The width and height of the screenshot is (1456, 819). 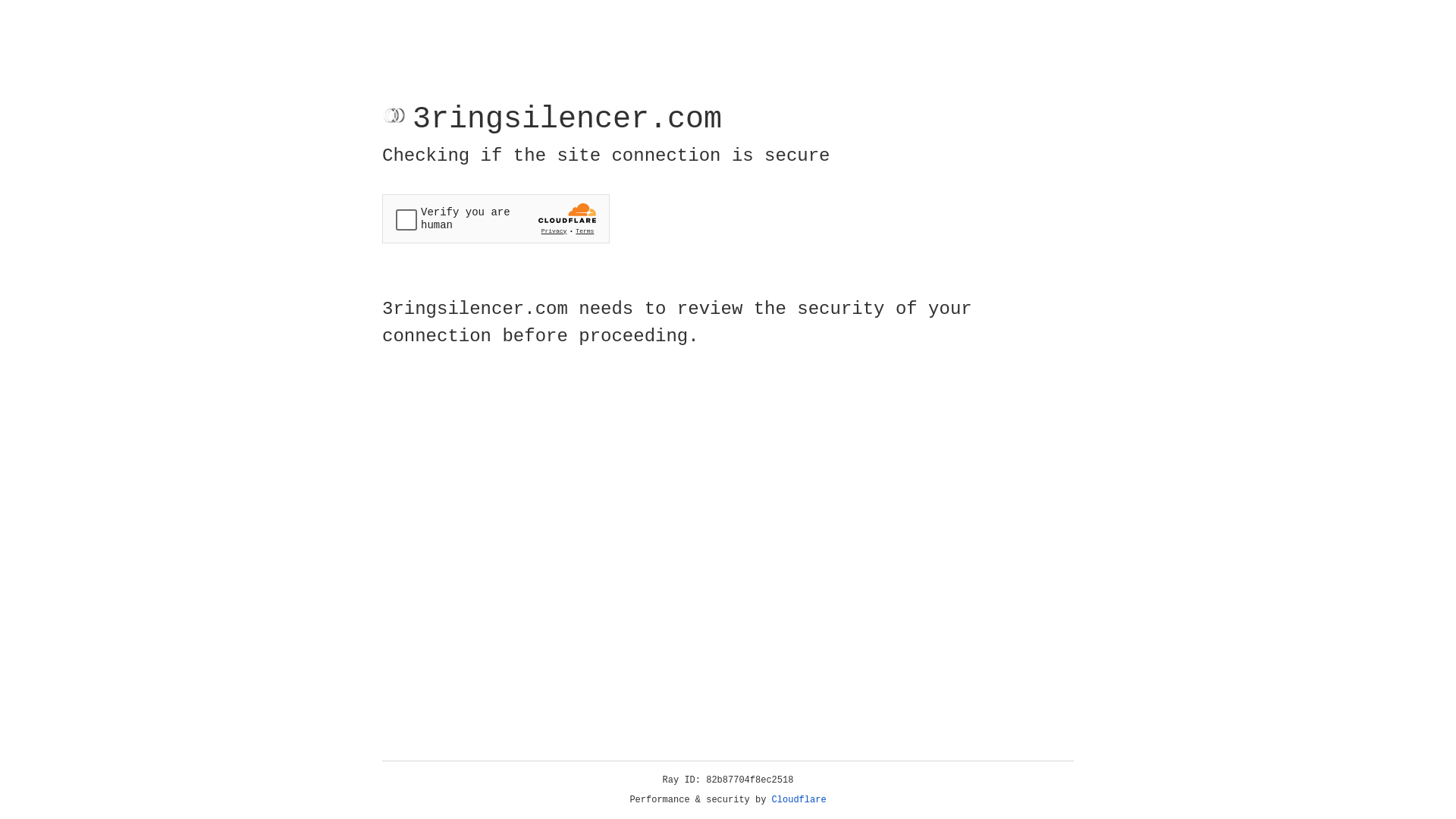 I want to click on 'Widget containing a Cloudflare security challenge', so click(x=495, y=218).